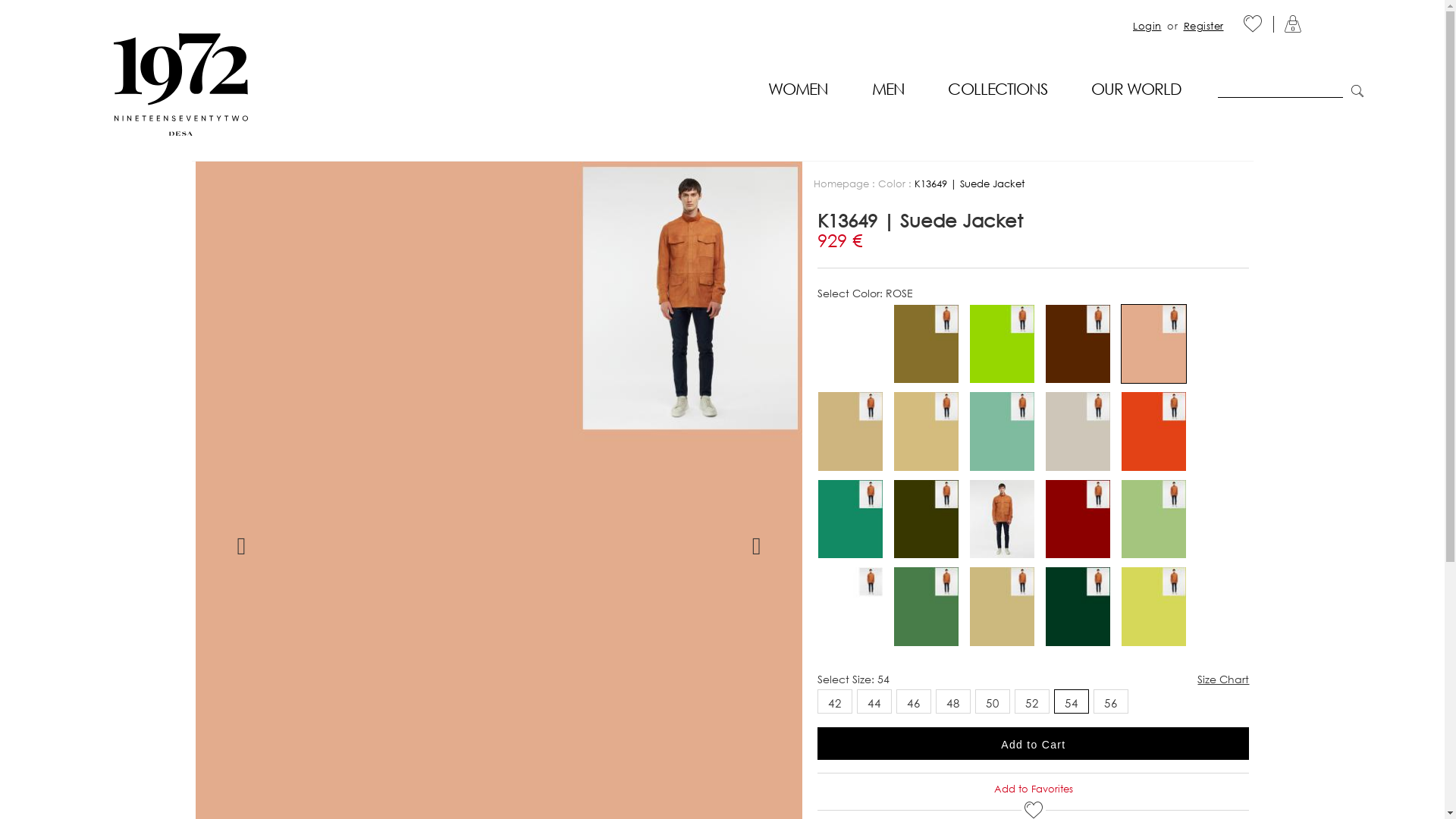 The width and height of the screenshot is (1456, 819). Describe the element at coordinates (840, 183) in the screenshot. I see `'Homepage'` at that location.